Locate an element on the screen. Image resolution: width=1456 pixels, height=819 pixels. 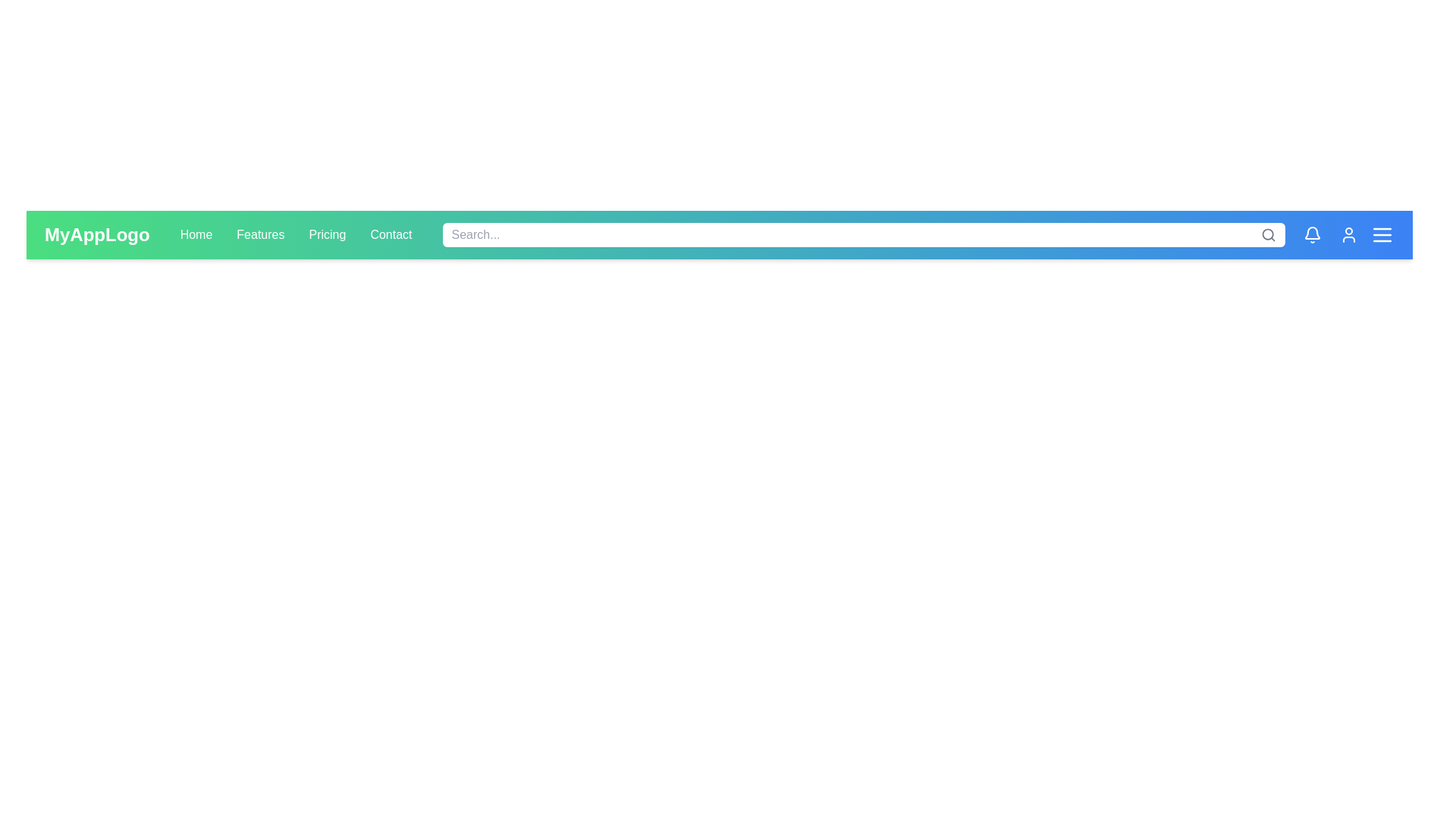
the bell icon located on the right side of the navigation bar is located at coordinates (1312, 234).